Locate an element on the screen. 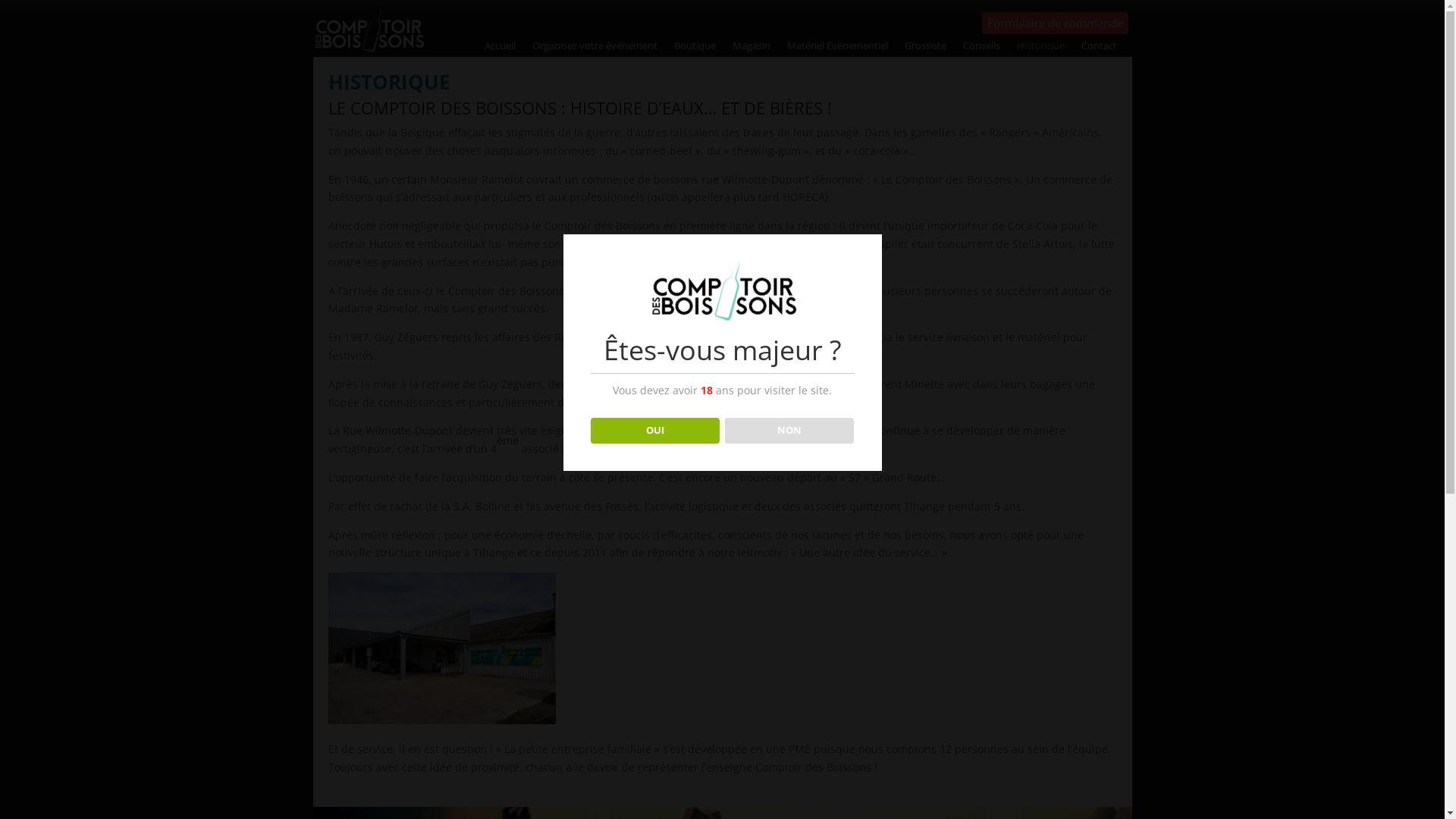 This screenshot has height=819, width=1456. 'NON' is located at coordinates (723, 430).